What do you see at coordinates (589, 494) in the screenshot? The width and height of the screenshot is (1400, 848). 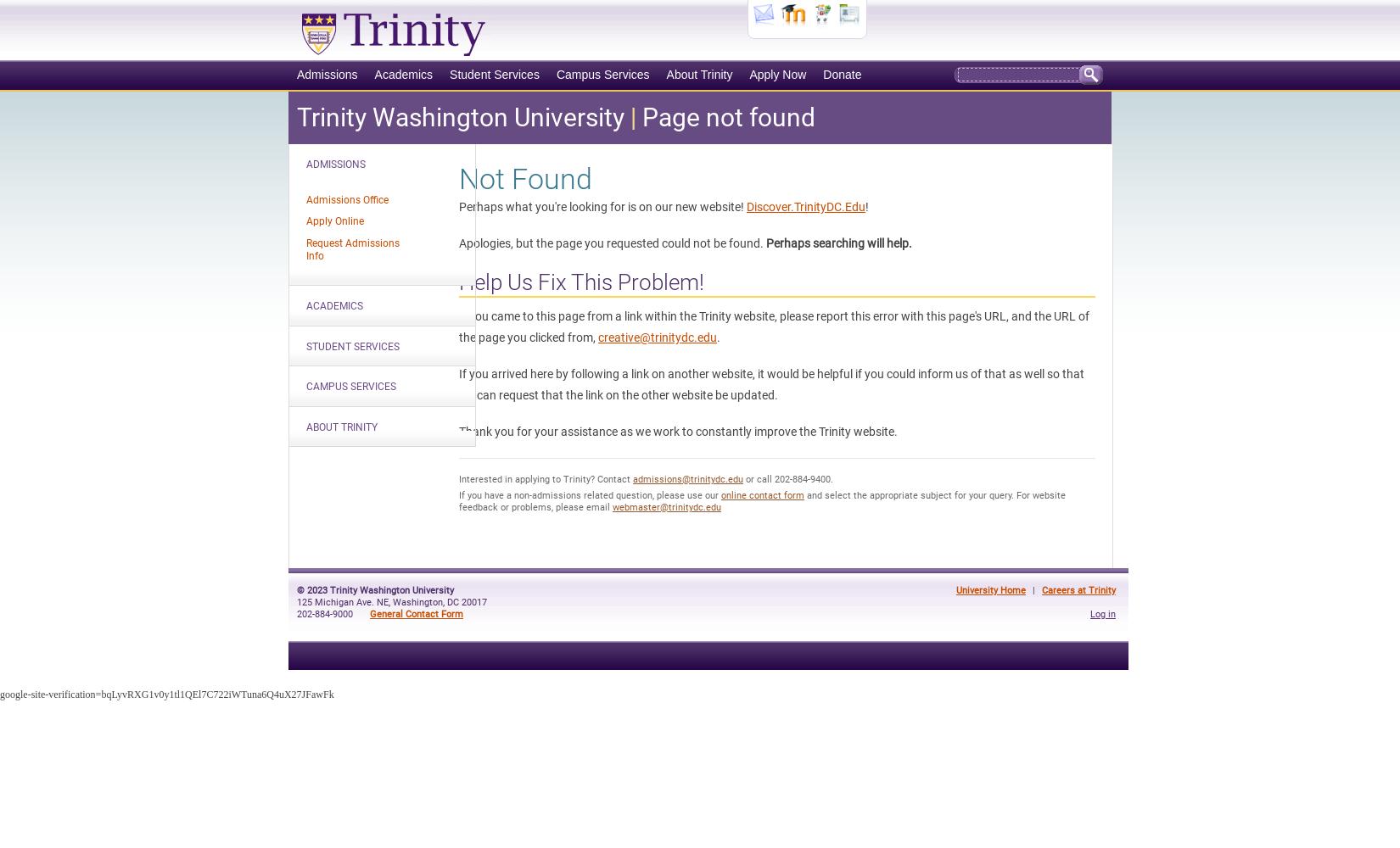 I see `'If you have a non-admissions related question, please use our'` at bounding box center [589, 494].